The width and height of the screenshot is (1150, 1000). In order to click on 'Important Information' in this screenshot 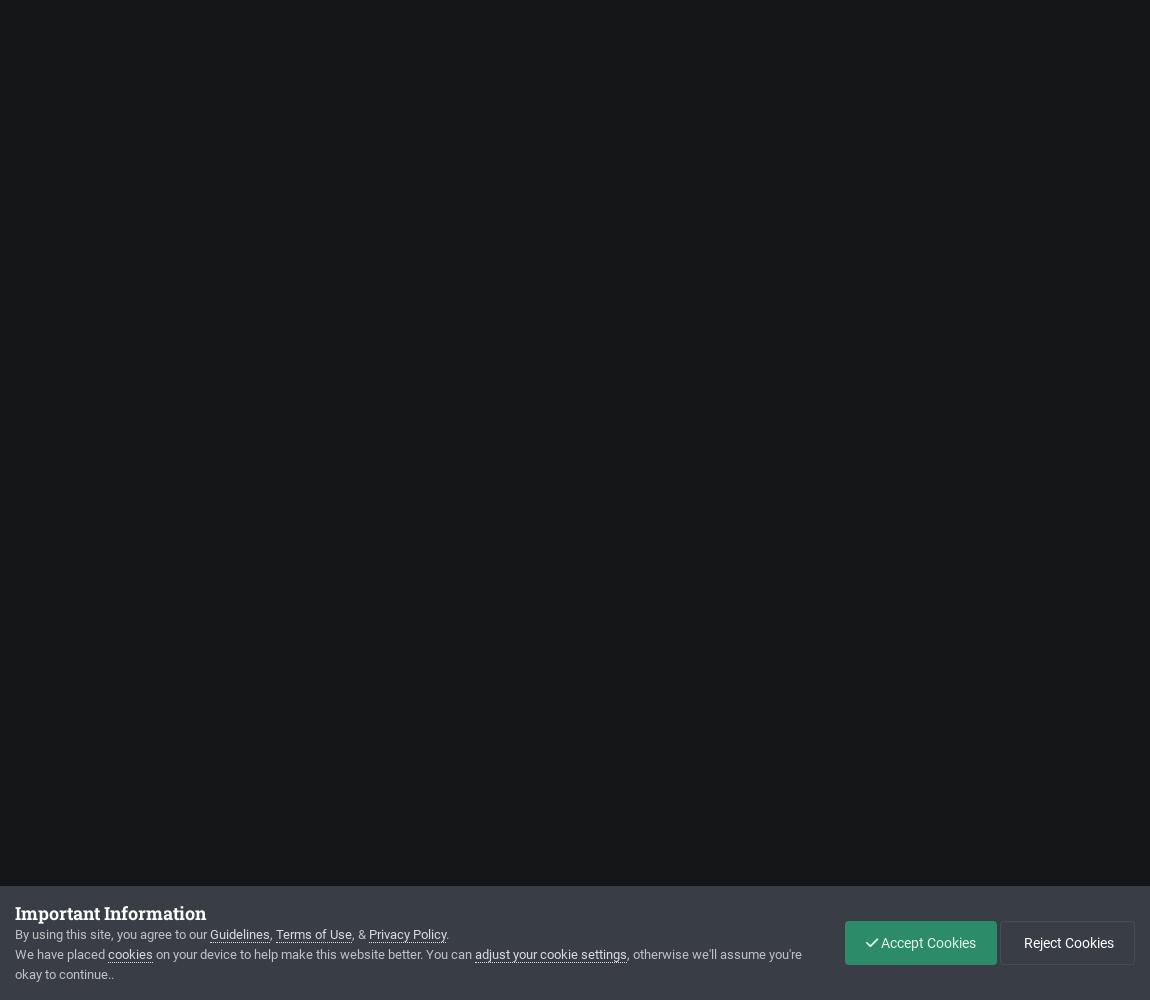, I will do `click(109, 912)`.